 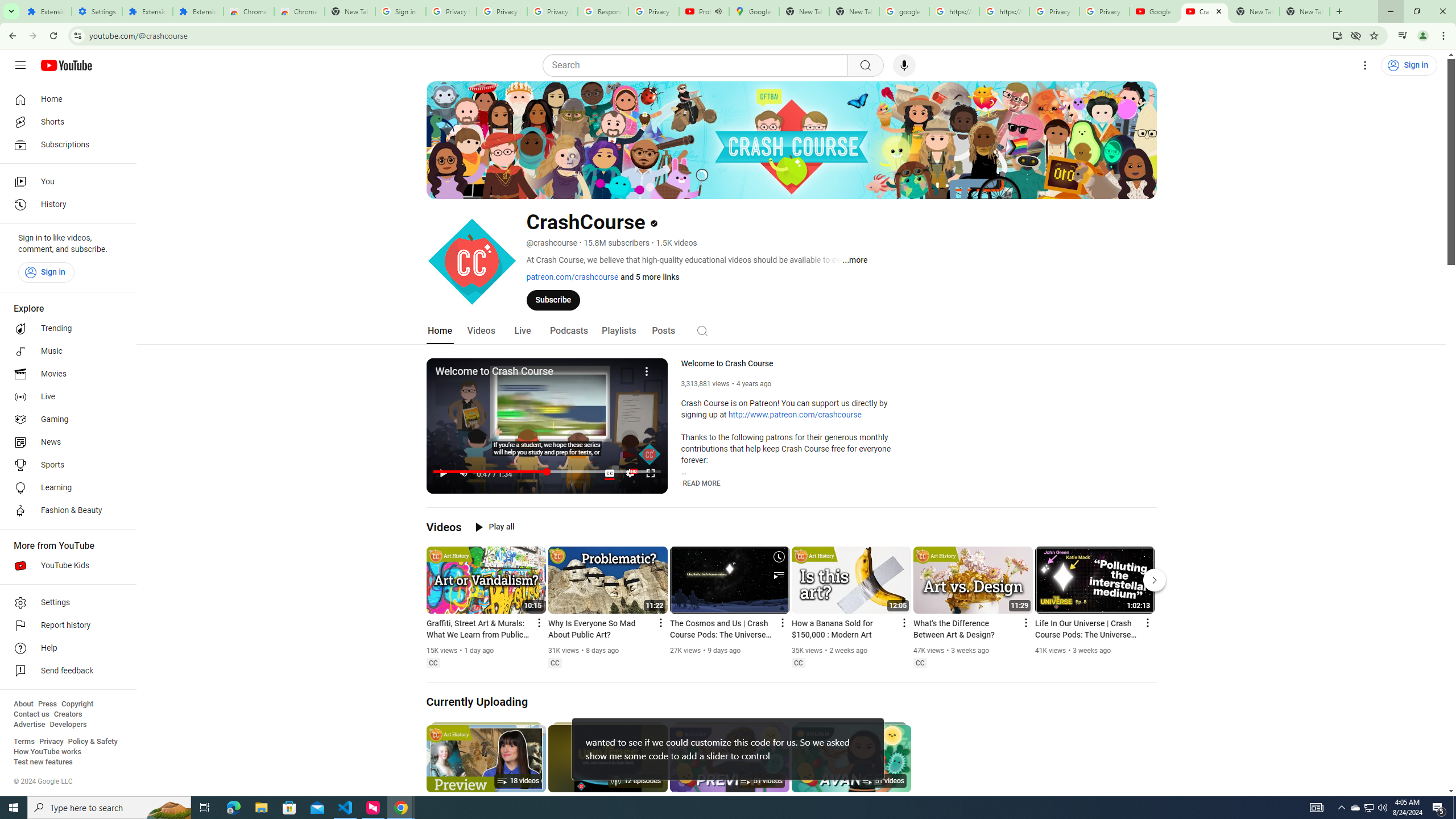 What do you see at coordinates (64, 487) in the screenshot?
I see `'Learning'` at bounding box center [64, 487].